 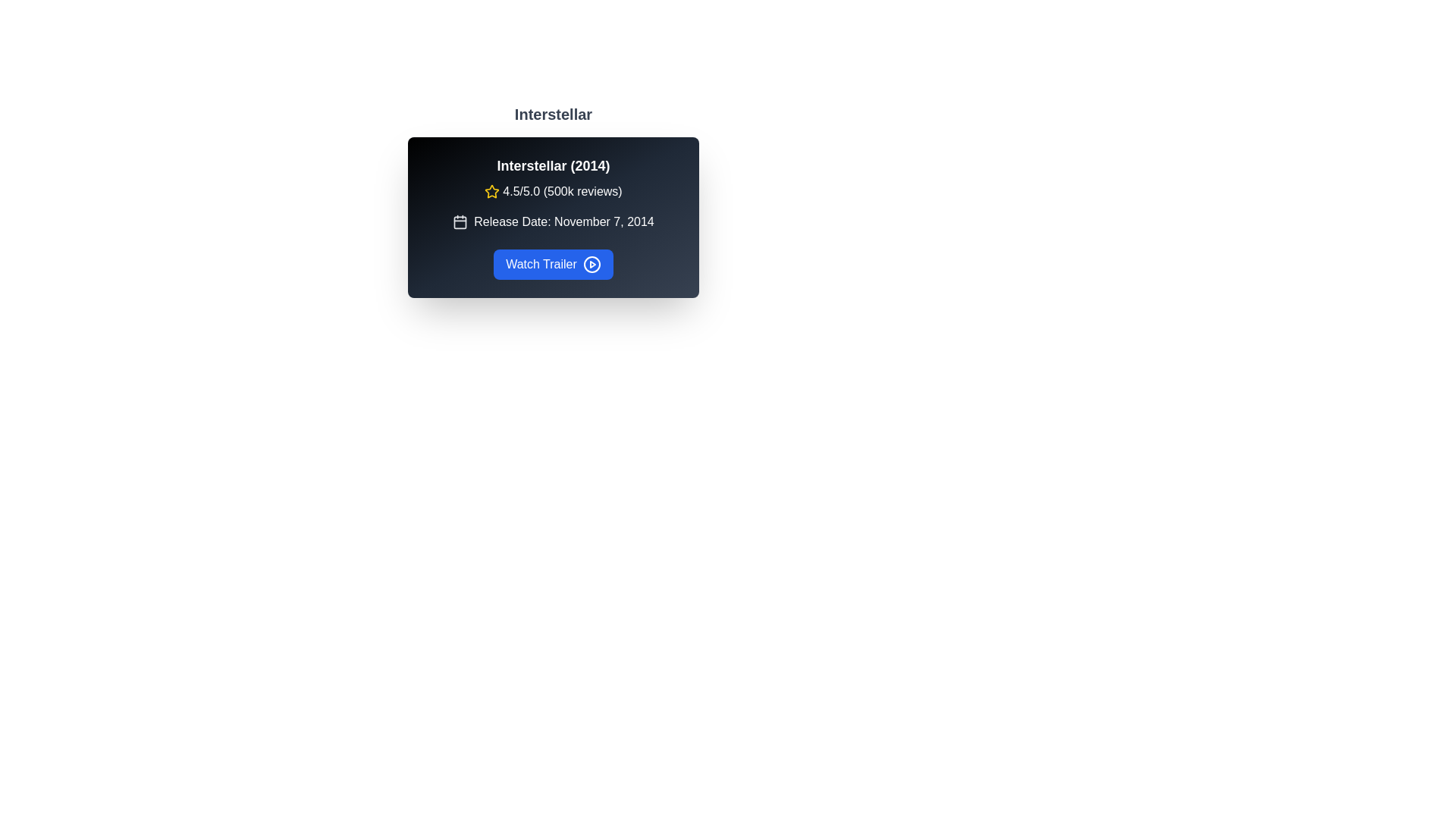 What do you see at coordinates (552, 166) in the screenshot?
I see `the Text Label that serves as the title of the movie card located at the top of the card layout` at bounding box center [552, 166].